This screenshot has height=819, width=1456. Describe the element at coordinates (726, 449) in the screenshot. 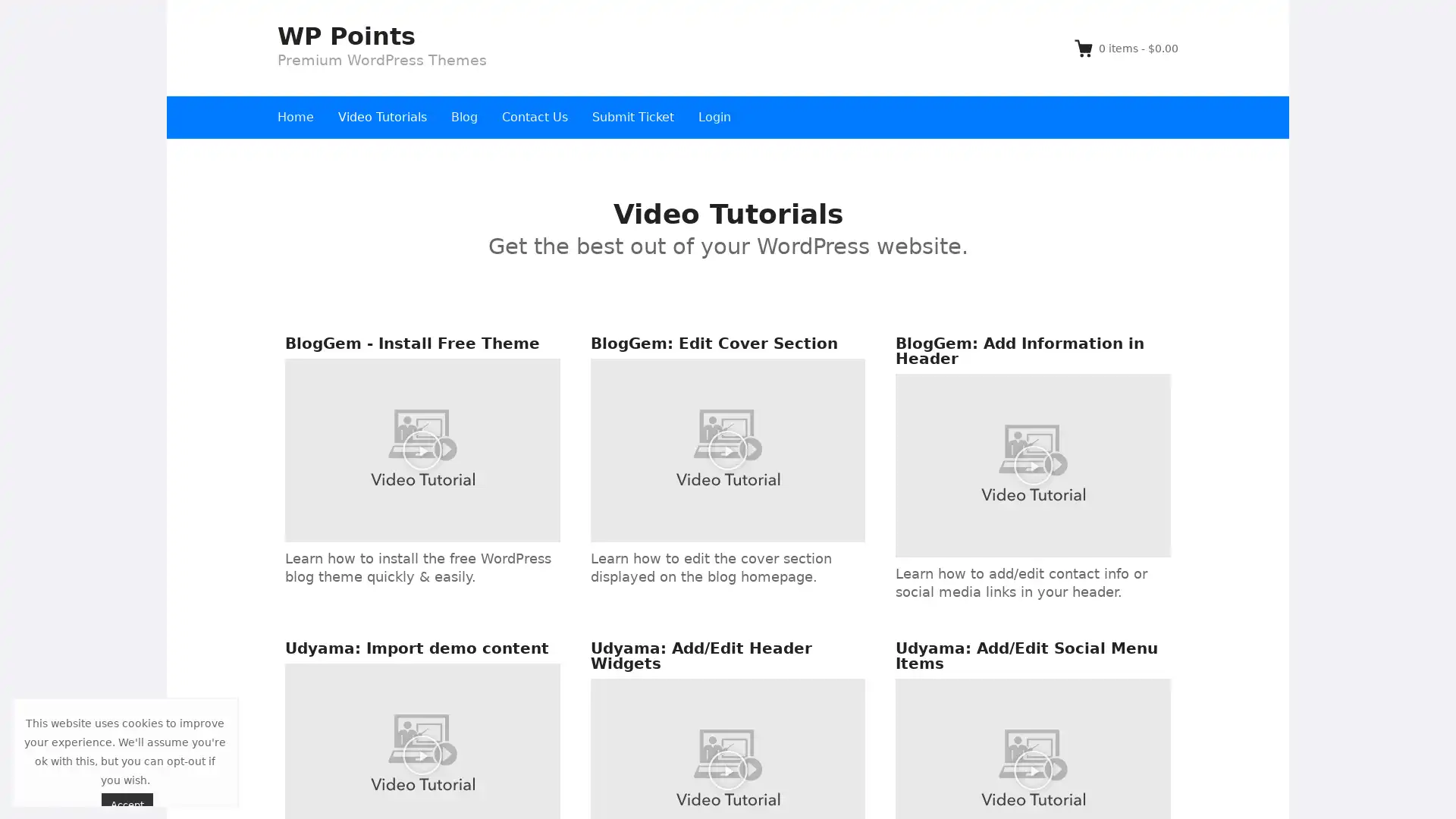

I see `Play Video` at that location.